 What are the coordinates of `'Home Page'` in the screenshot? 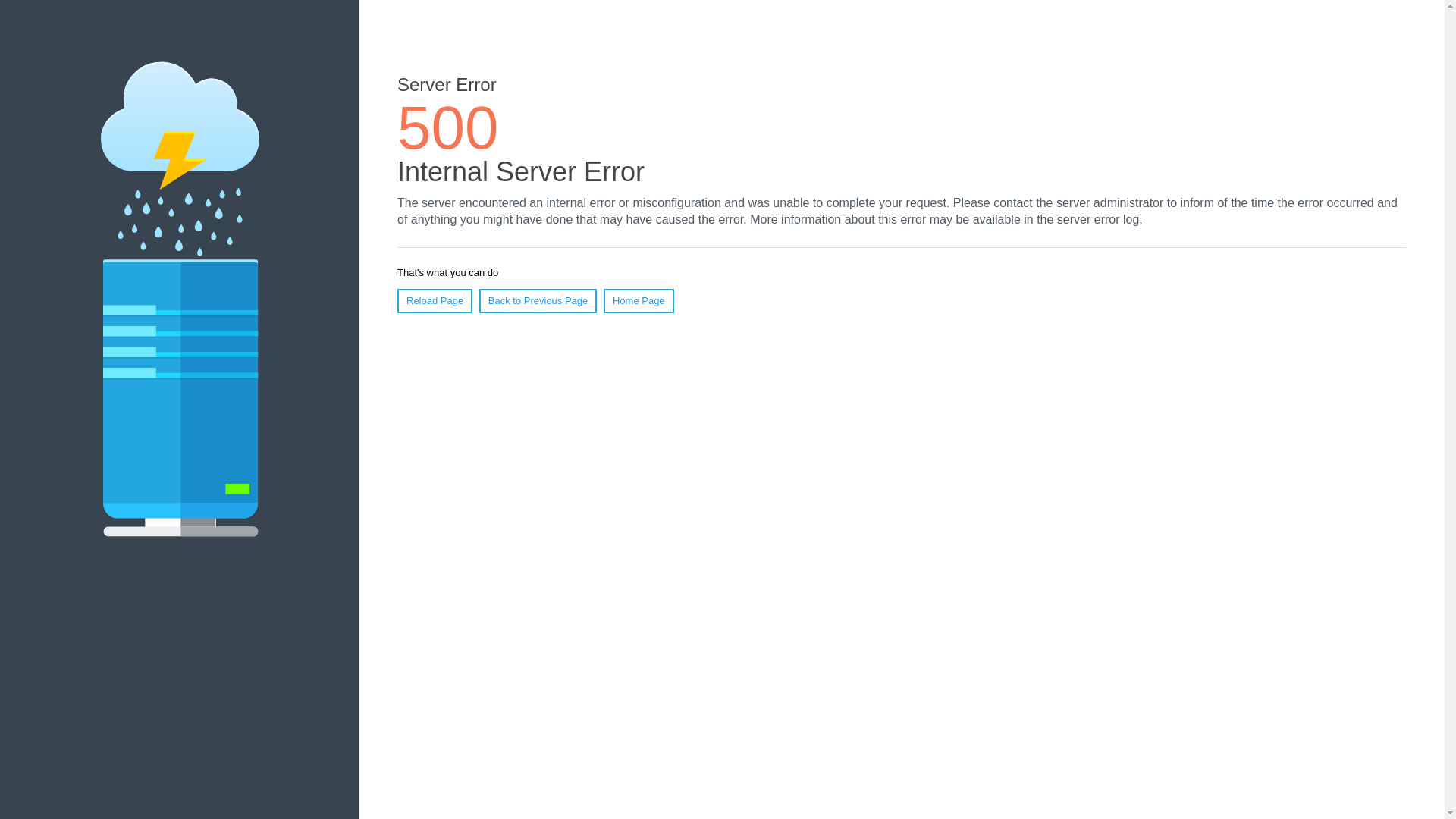 It's located at (639, 301).